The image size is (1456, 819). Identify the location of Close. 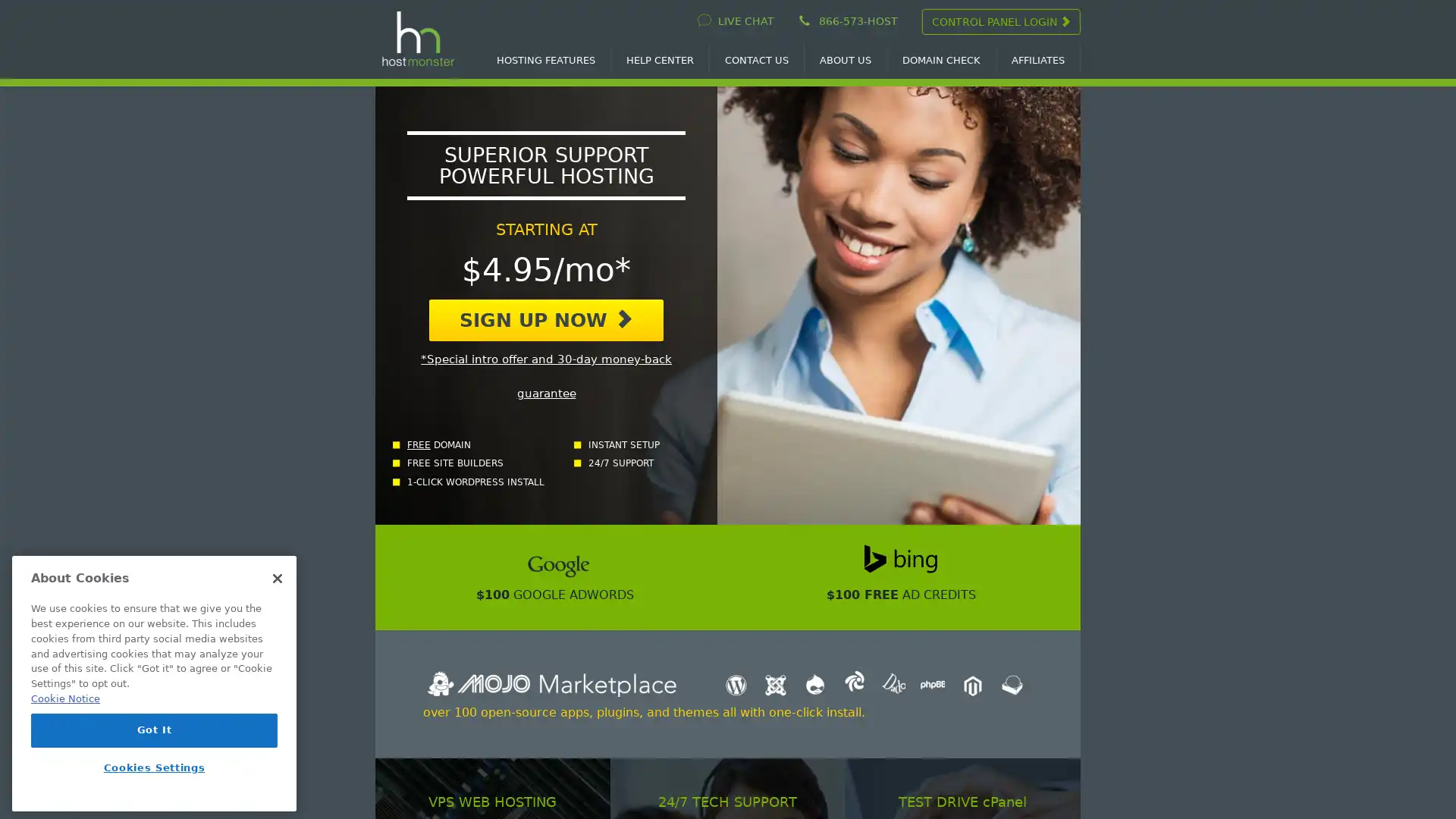
(277, 579).